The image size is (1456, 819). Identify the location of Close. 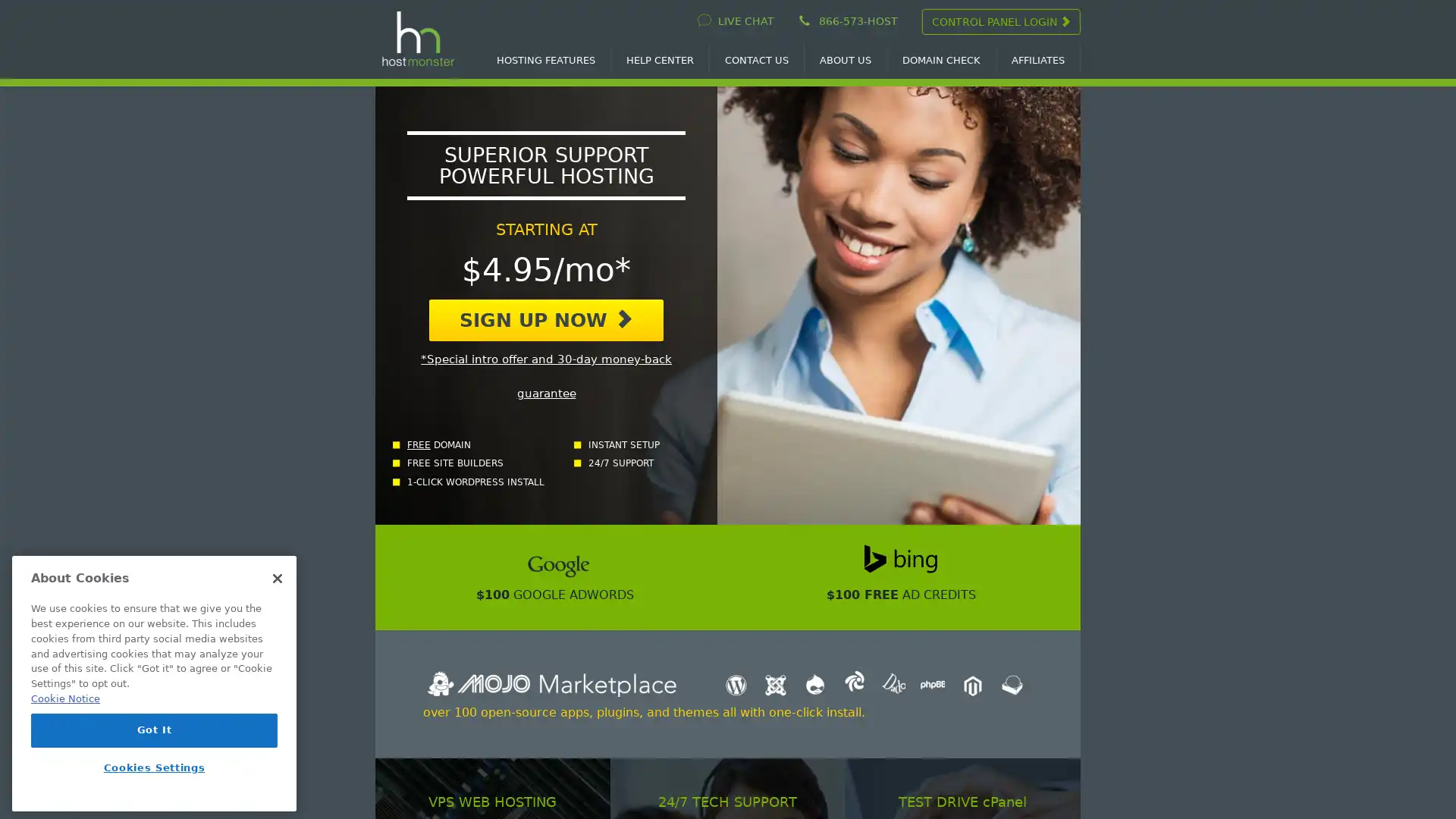
(277, 579).